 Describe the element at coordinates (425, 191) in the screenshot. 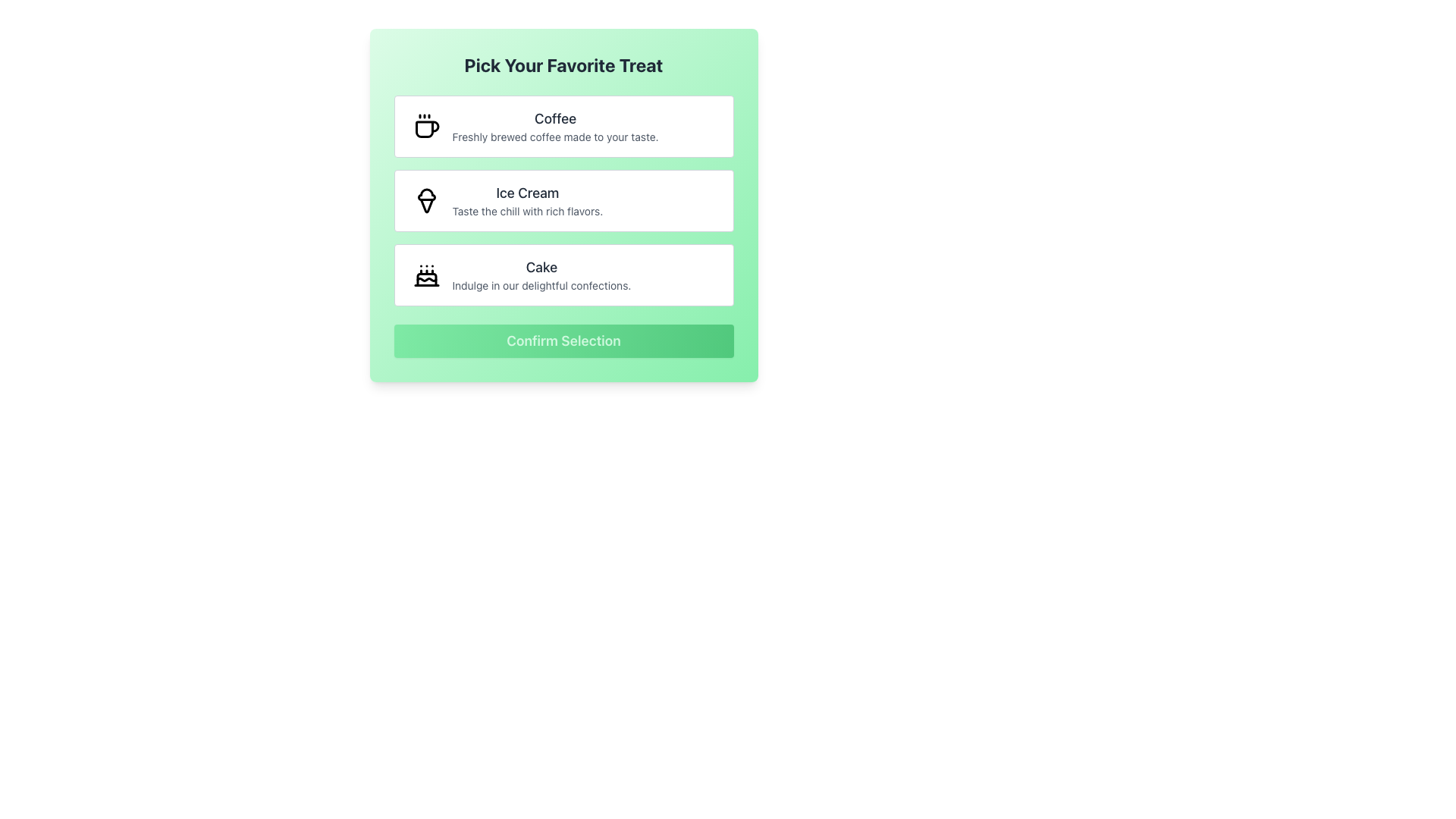

I see `the ice cream scoop icon, which is part of the vector graphic under the 'Ice Cream' option, located above the cone in the second card of options` at that location.